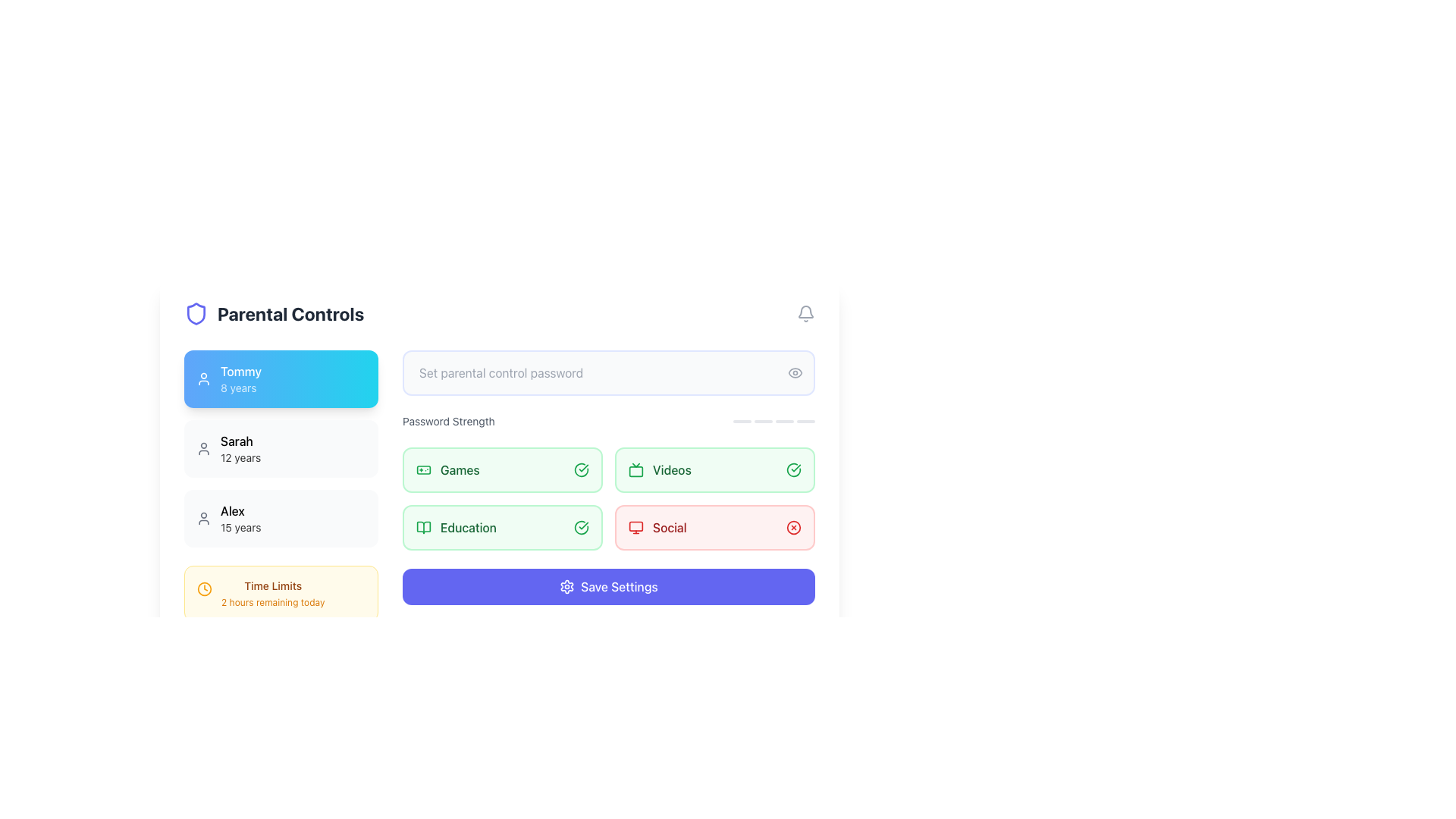 The image size is (1456, 819). Describe the element at coordinates (240, 526) in the screenshot. I see `age information of the user named 'Alex' displayed in the static text label located in the left sidebar under 'Parental Controls'` at that location.